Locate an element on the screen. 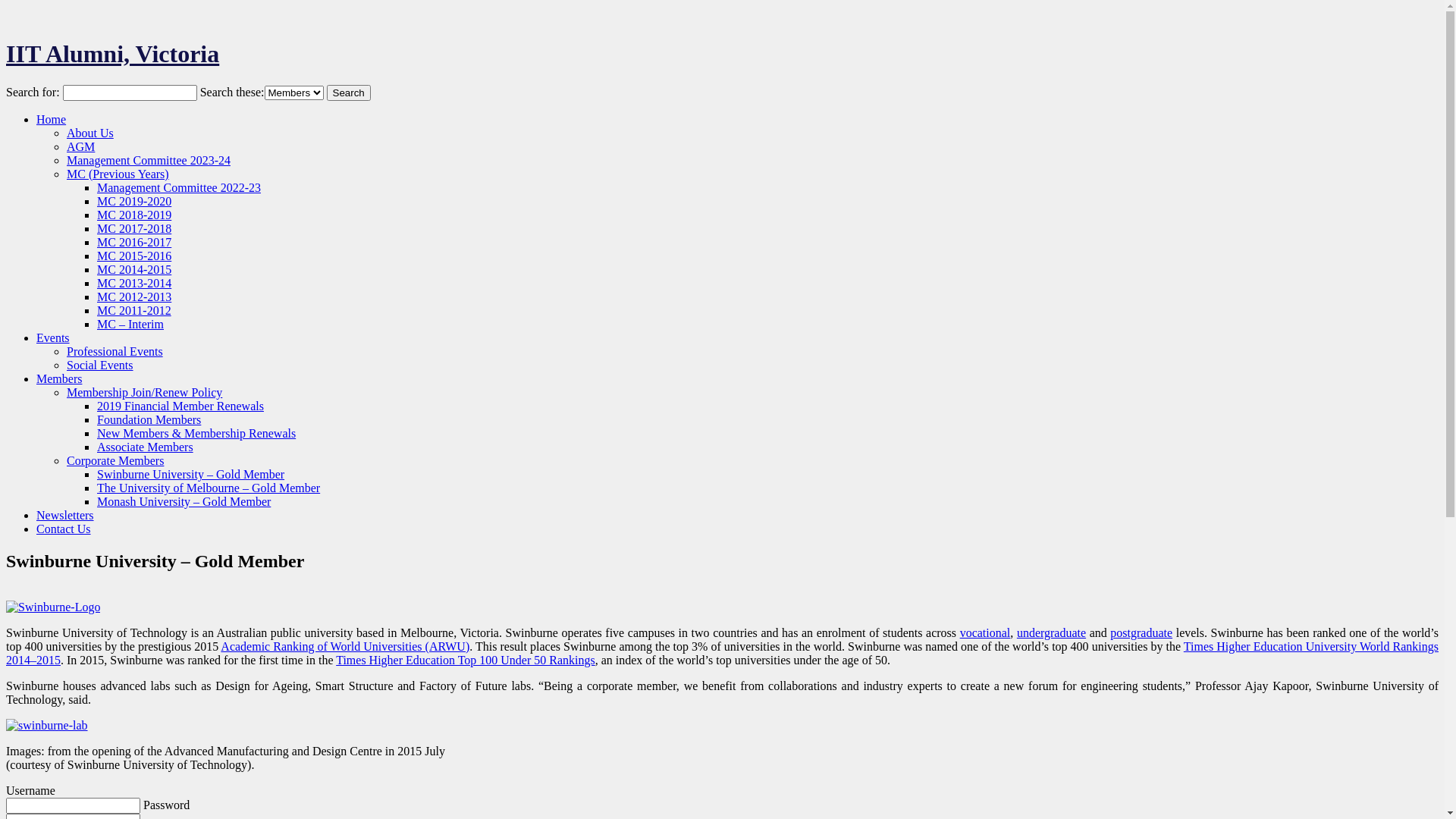  'MC 2014-2015' is located at coordinates (134, 268).